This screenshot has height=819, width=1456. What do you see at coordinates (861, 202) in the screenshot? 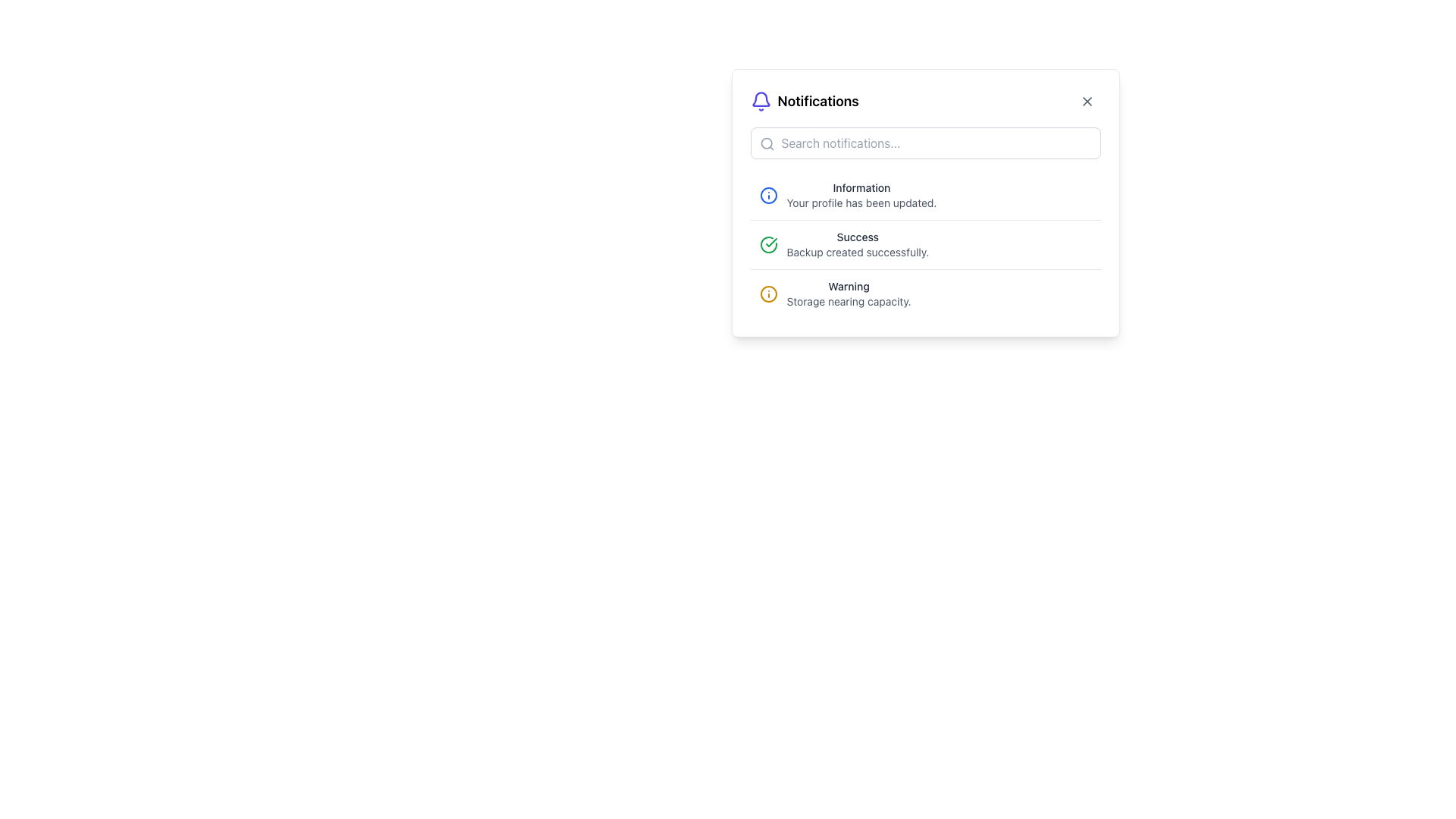
I see `text label that informs the user their profile has been updated, which is located below the 'Information' text within the notification card` at bounding box center [861, 202].